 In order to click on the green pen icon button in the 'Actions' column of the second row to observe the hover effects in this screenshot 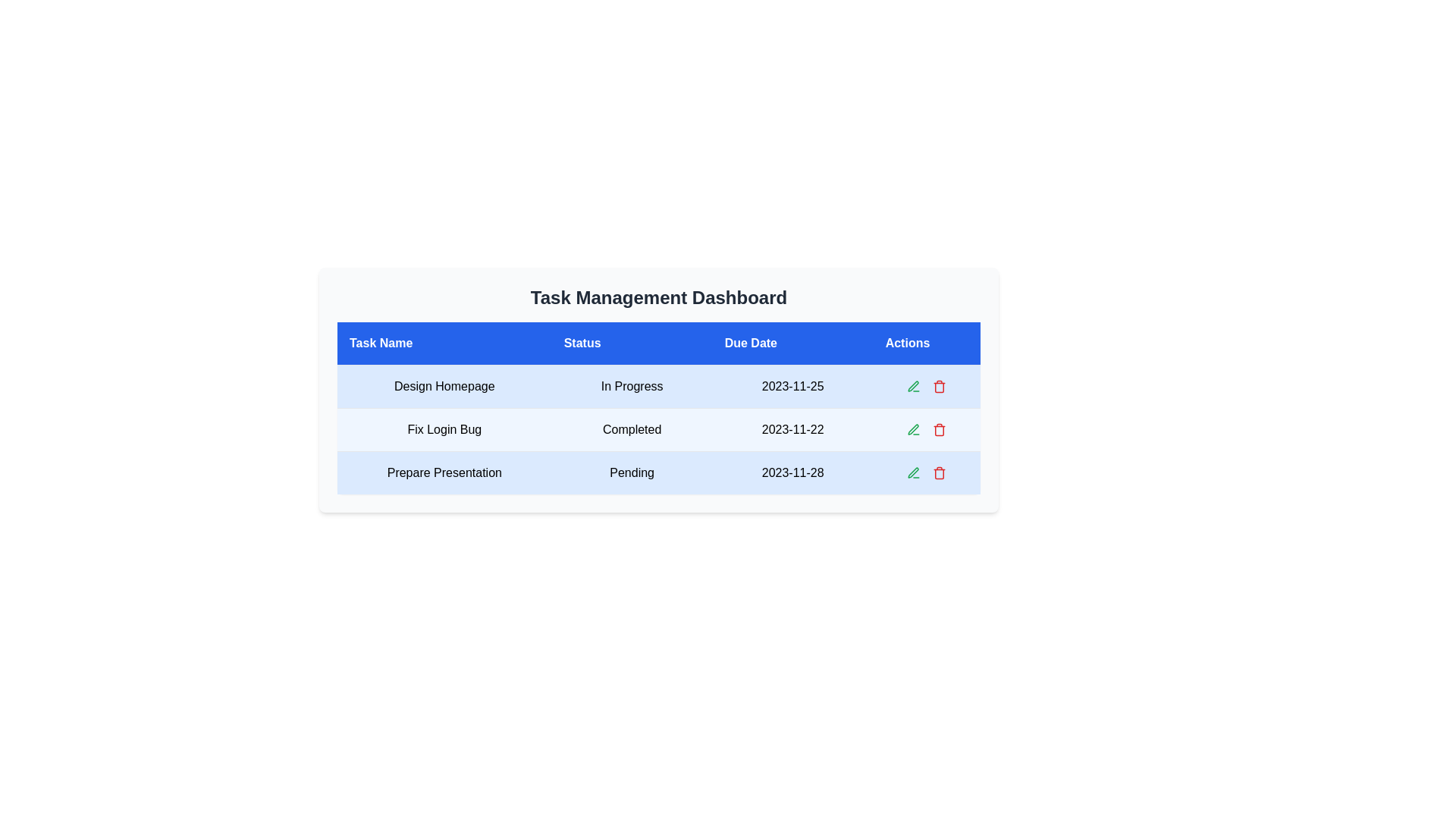, I will do `click(913, 385)`.